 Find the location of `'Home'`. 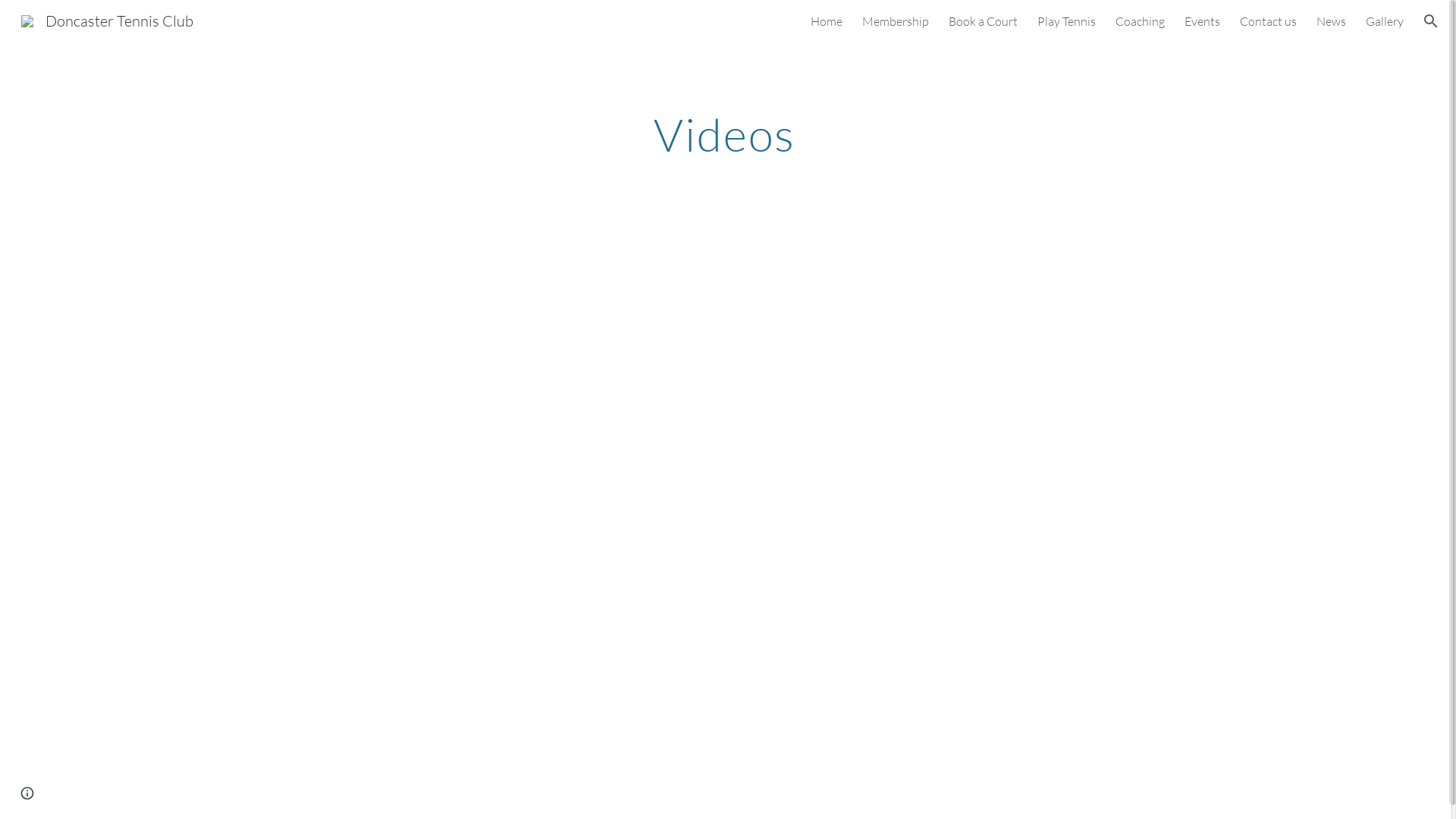

'Home' is located at coordinates (825, 20).